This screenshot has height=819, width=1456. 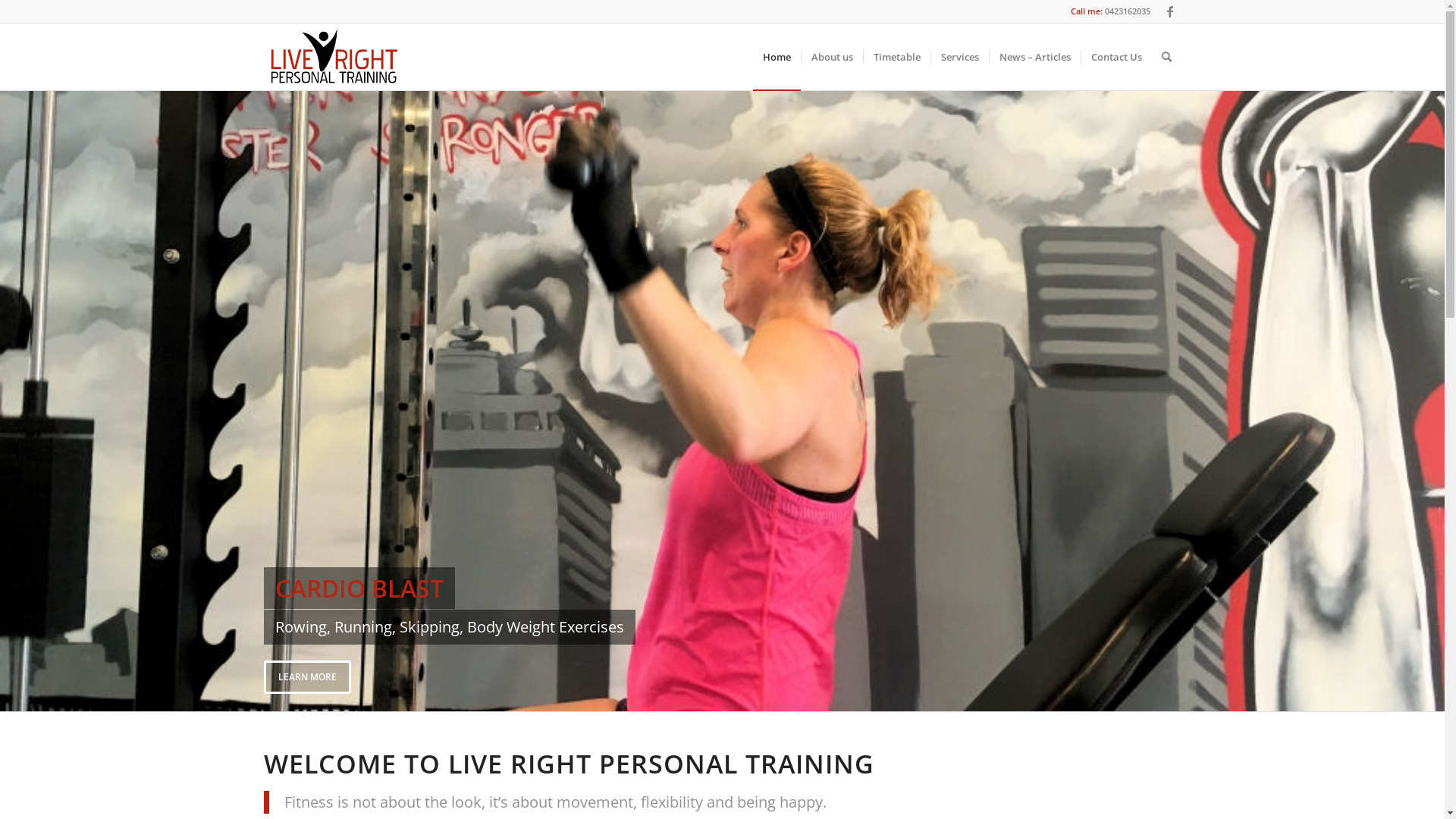 What do you see at coordinates (1115, 55) in the screenshot?
I see `'Contact Us'` at bounding box center [1115, 55].